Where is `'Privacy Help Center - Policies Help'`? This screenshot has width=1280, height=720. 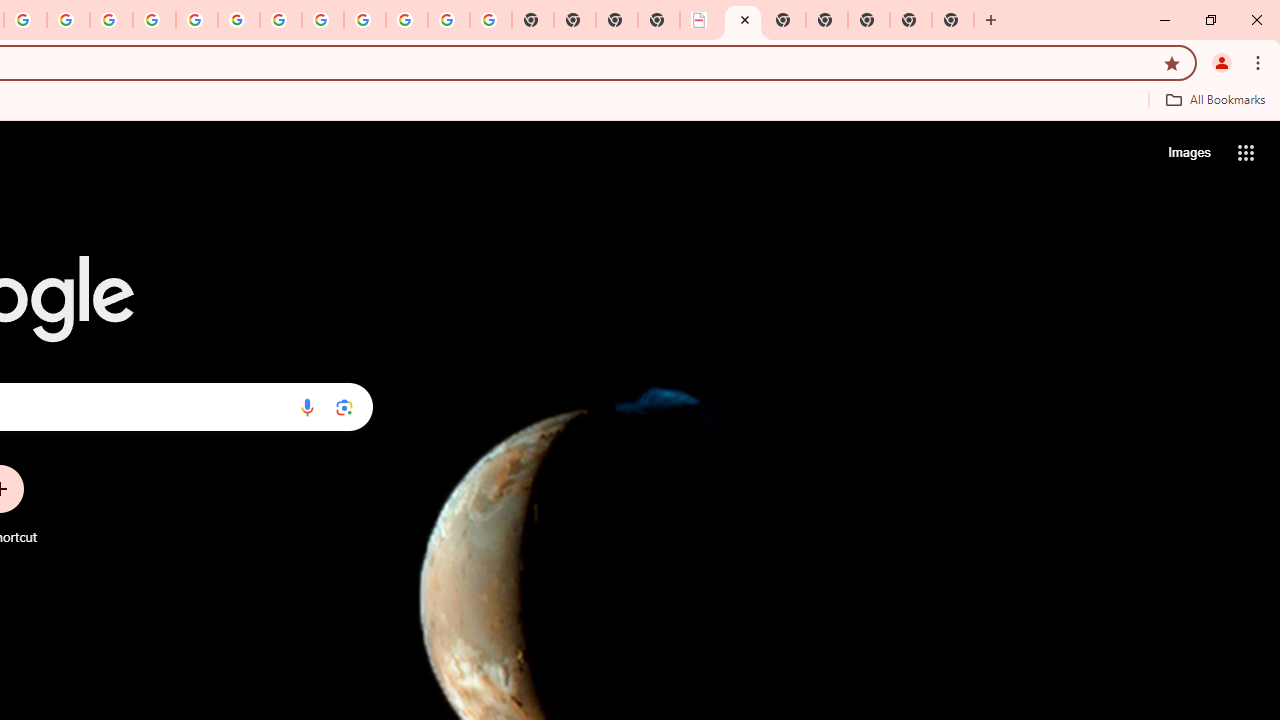 'Privacy Help Center - Policies Help' is located at coordinates (110, 20).